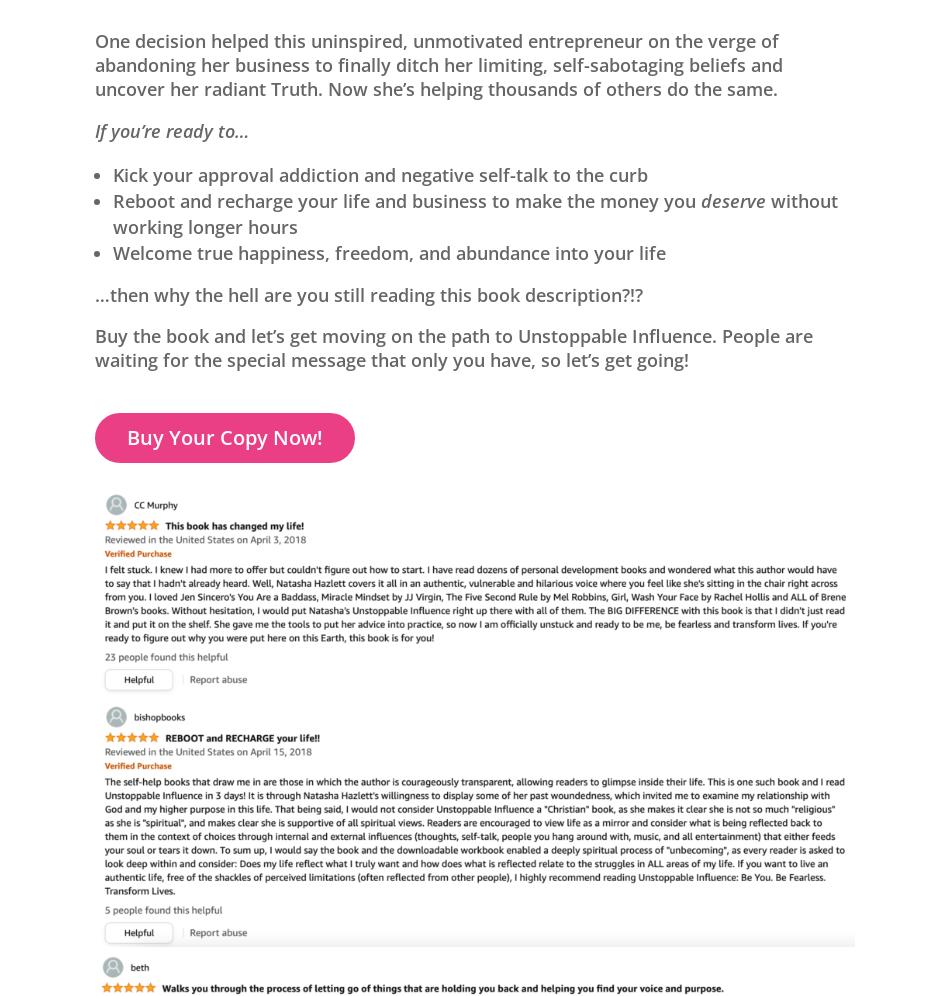 The width and height of the screenshot is (950, 996). What do you see at coordinates (475, 212) in the screenshot?
I see `'without working longer hours'` at bounding box center [475, 212].